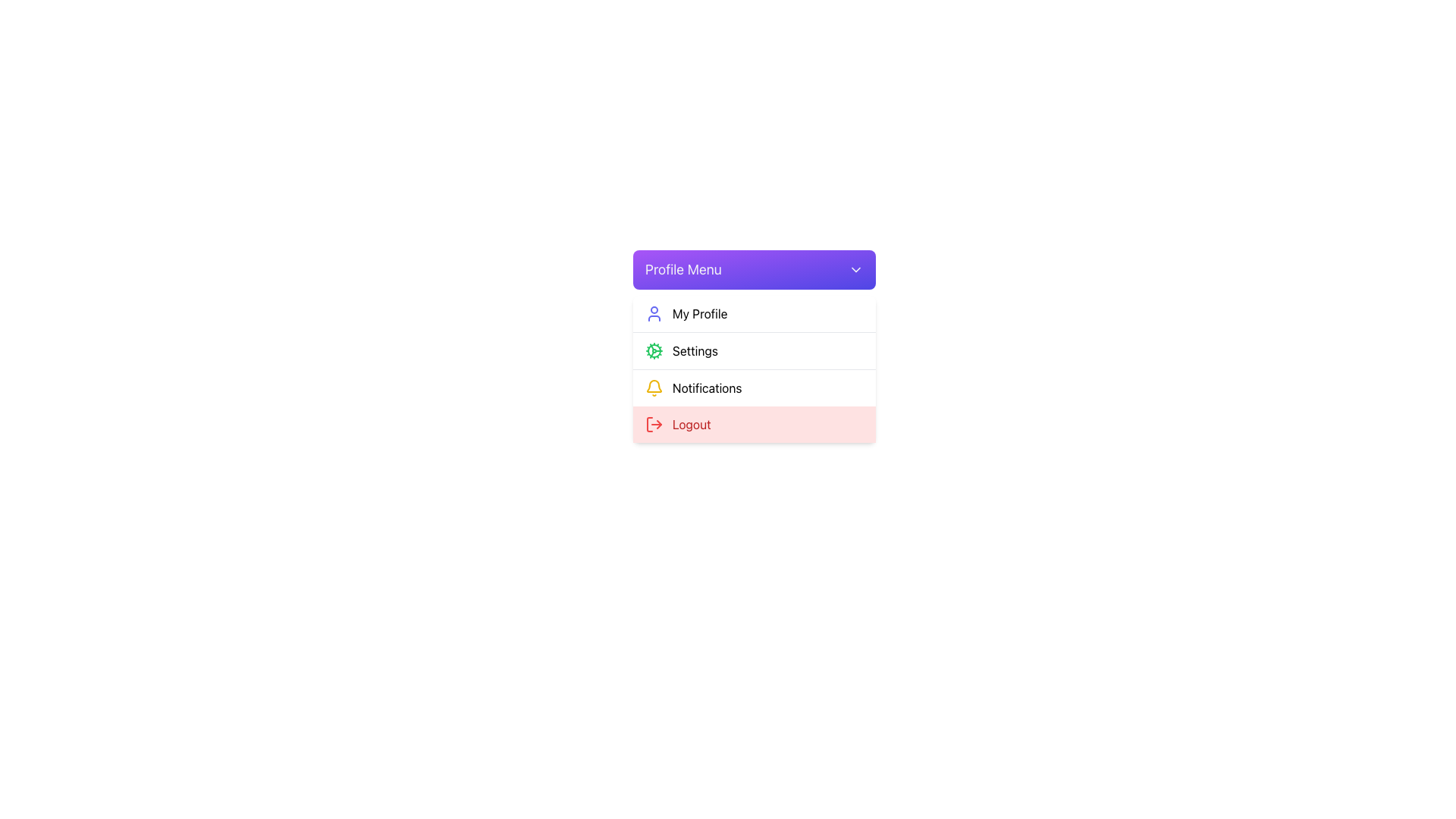  What do you see at coordinates (706, 388) in the screenshot?
I see `the text label displaying 'Notifications' located in the dropdown menu under the 'Profile Menu' header, positioned next to a yellow bell icon` at bounding box center [706, 388].